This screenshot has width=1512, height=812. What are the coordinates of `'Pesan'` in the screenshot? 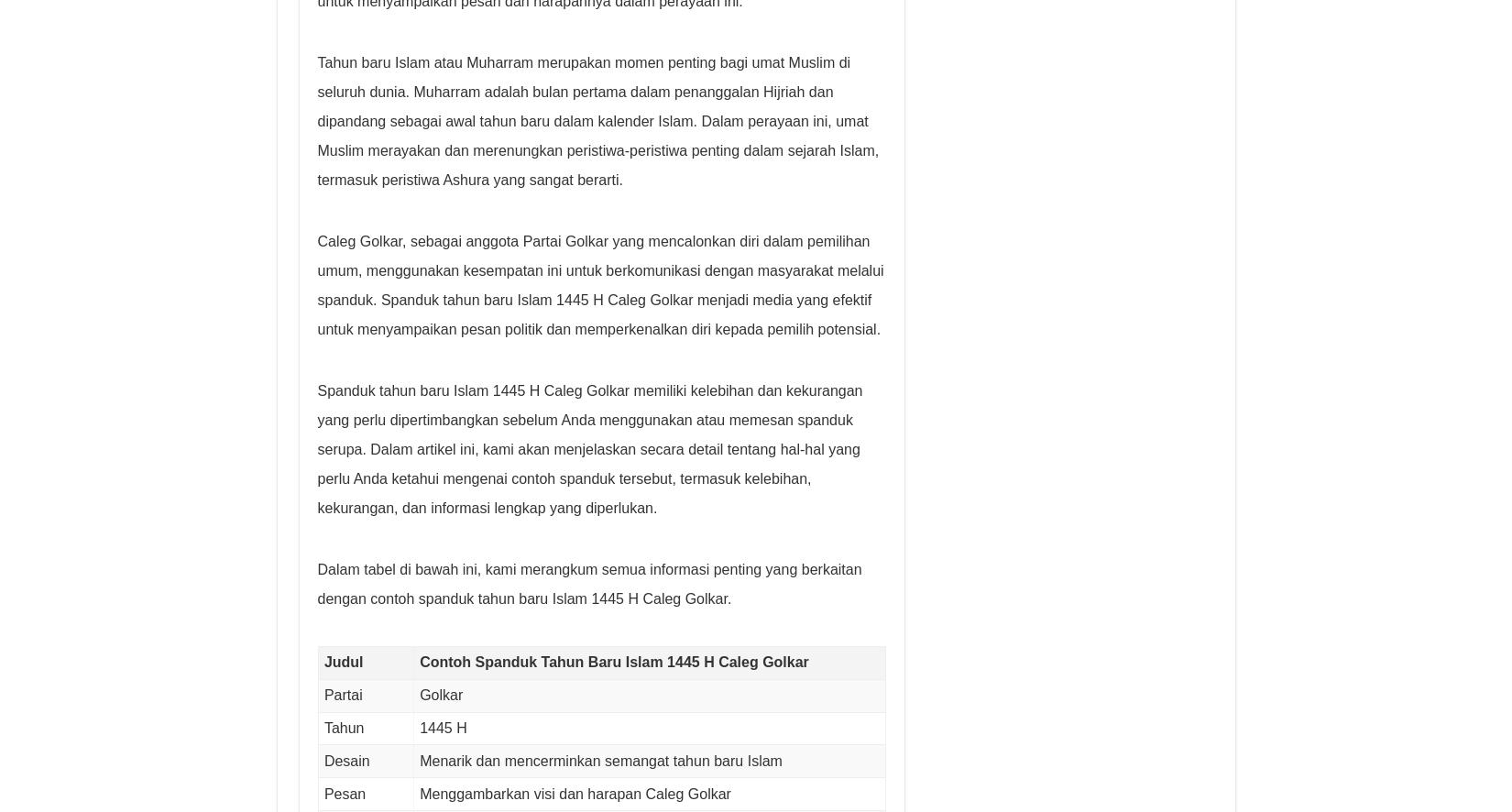 It's located at (345, 792).